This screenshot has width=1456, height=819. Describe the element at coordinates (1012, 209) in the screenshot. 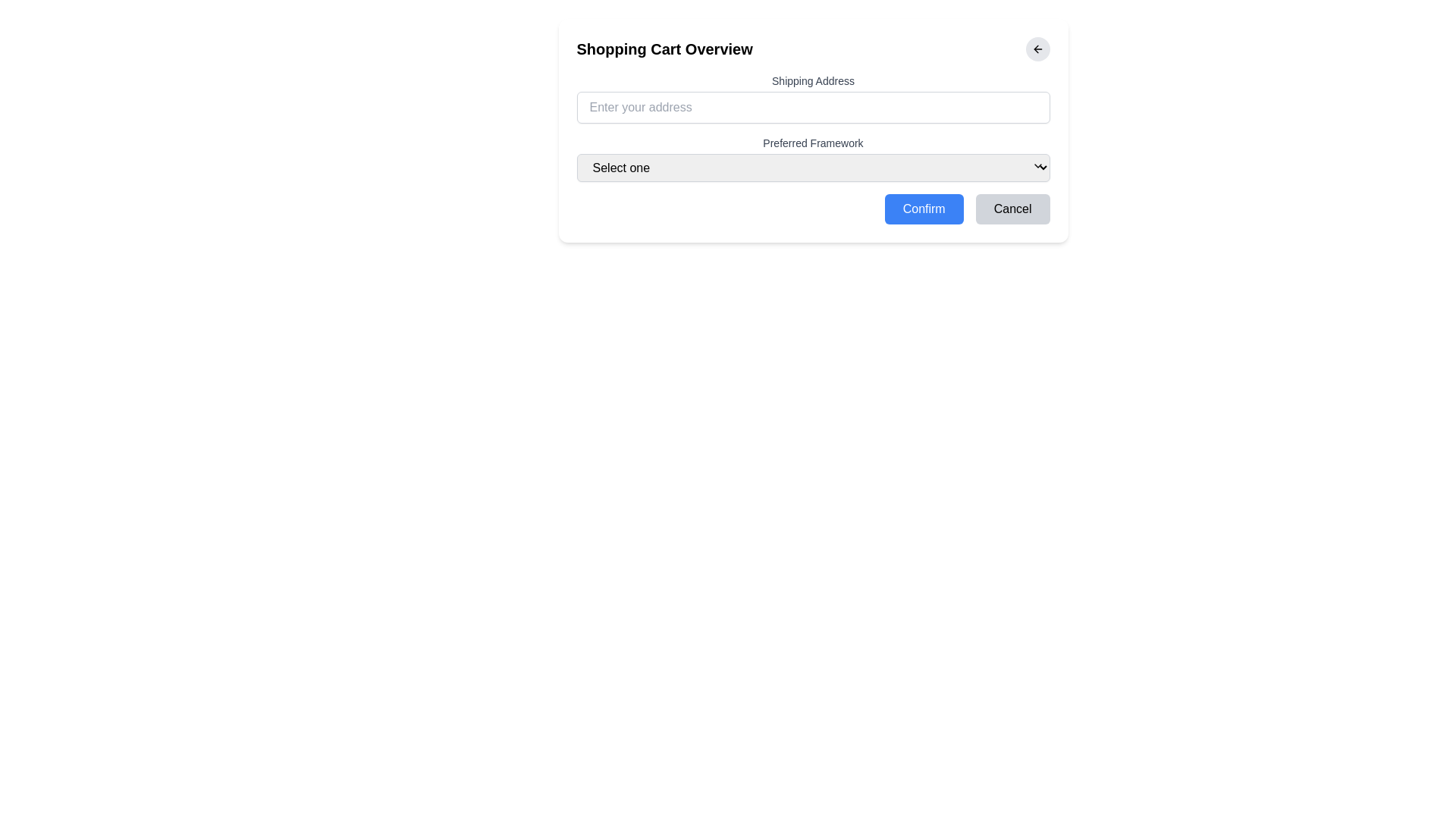

I see `the cancel button located to the right of the 'Confirm' button at the bottom-right of the card layout to change its background shade` at that location.